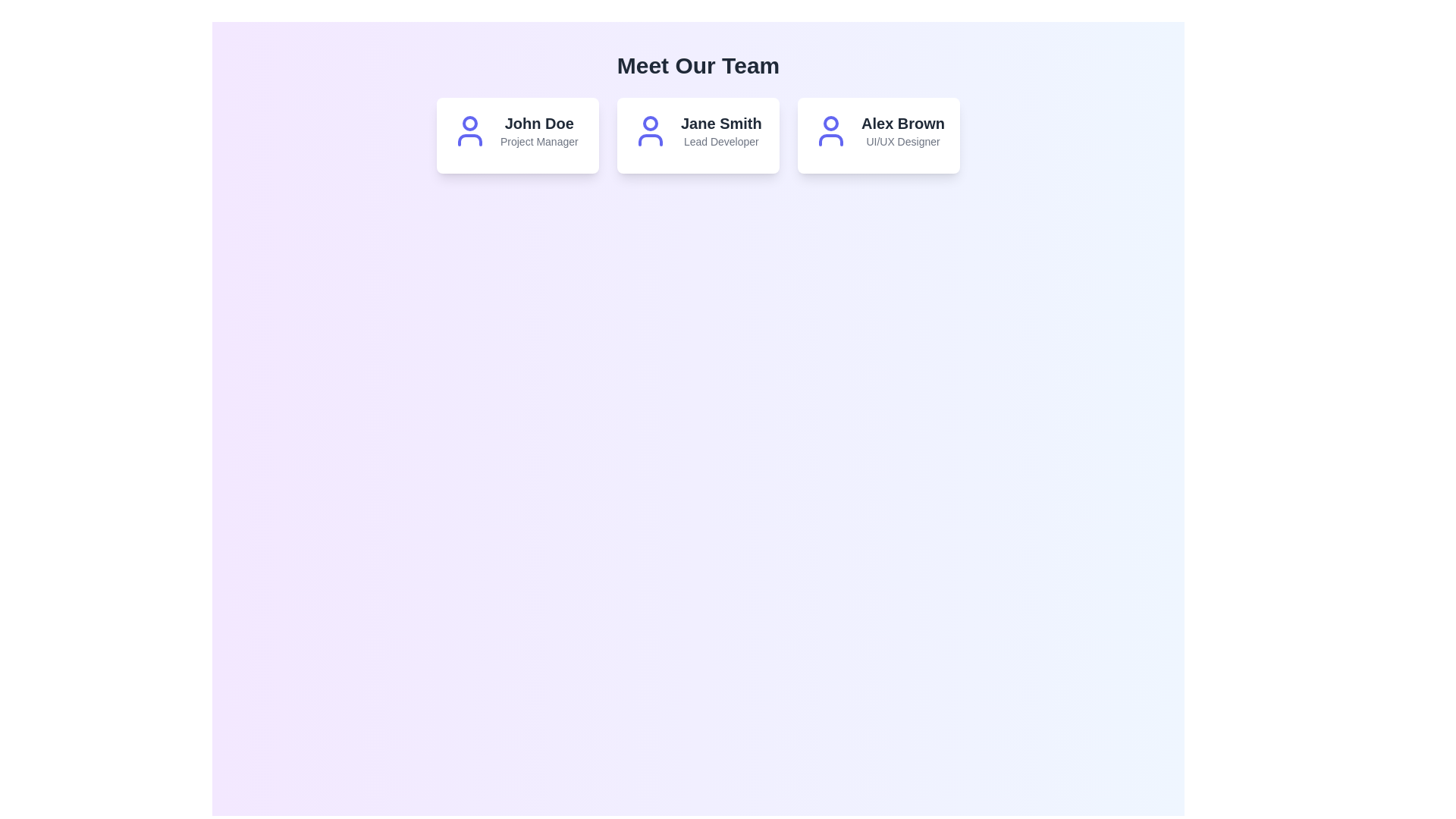 Image resolution: width=1456 pixels, height=819 pixels. What do you see at coordinates (469, 122) in the screenshot?
I see `the decorative circle representing the head in the user icon graphic under 'Meet Our Team' for the user 'John Doe'` at bounding box center [469, 122].